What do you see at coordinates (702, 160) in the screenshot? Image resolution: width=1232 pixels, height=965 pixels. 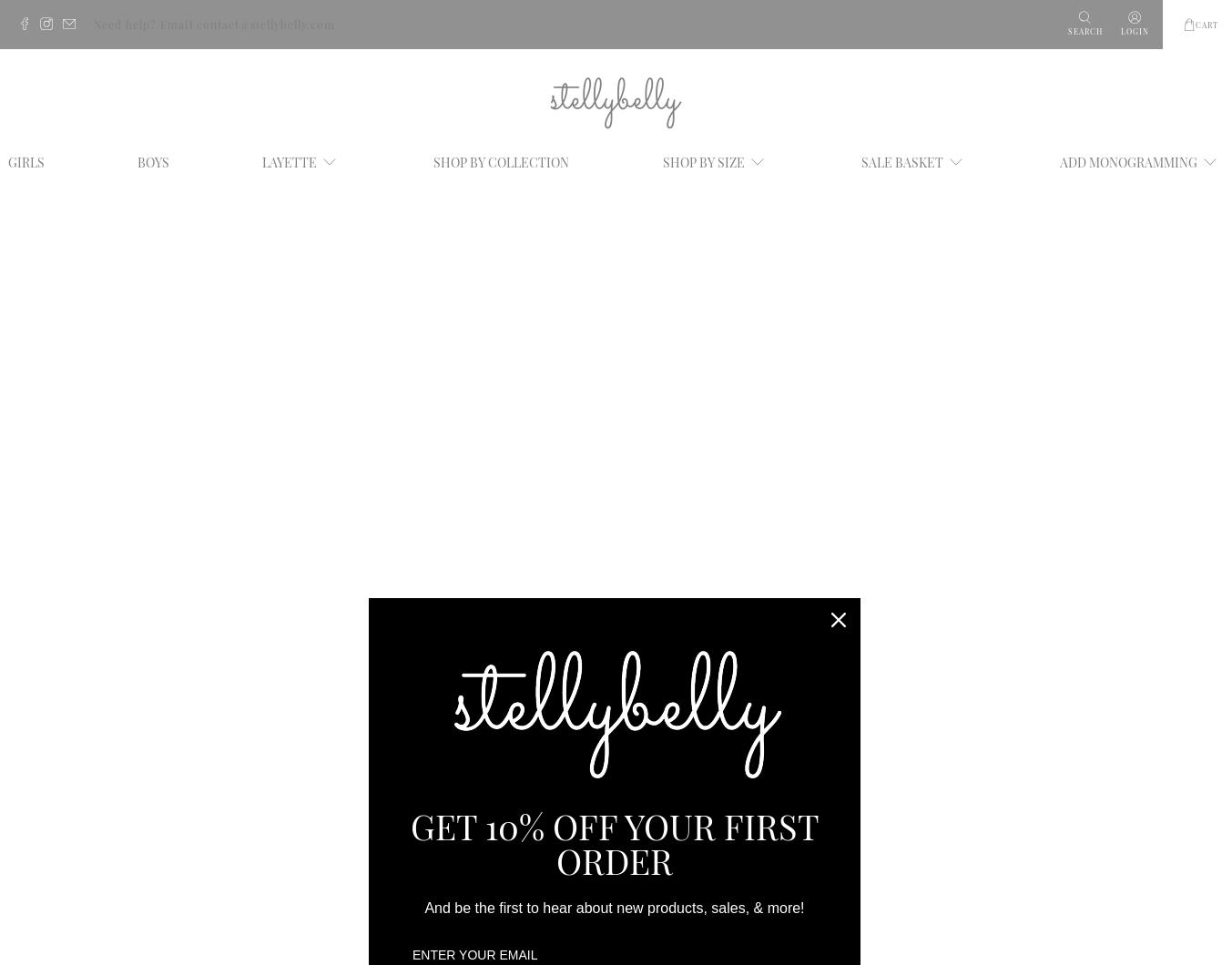 I see `'SHOP BY SIZE'` at bounding box center [702, 160].